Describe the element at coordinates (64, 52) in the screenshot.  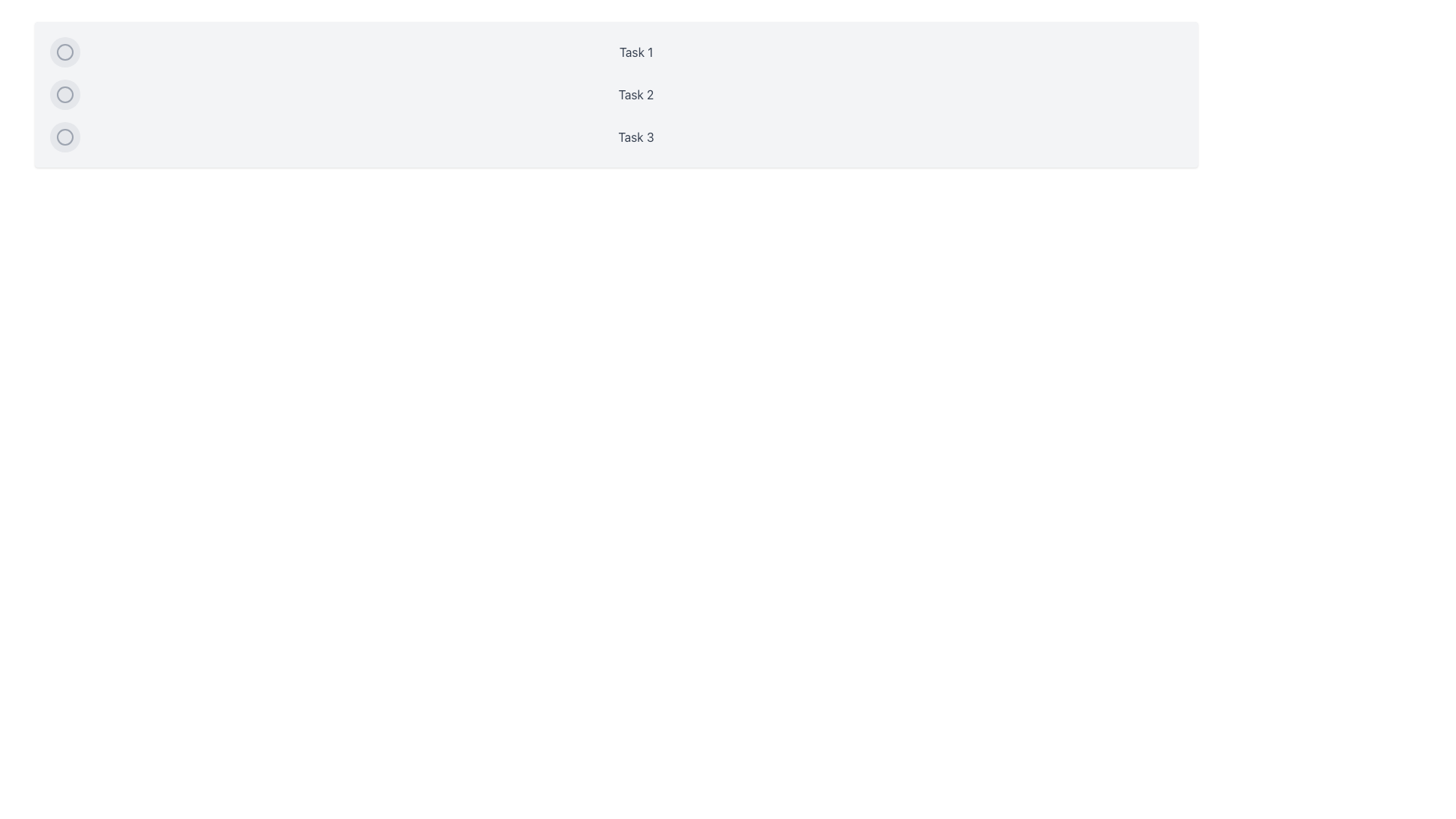
I see `the selectable toggle button located to the left of the 'Task 1' label` at that location.